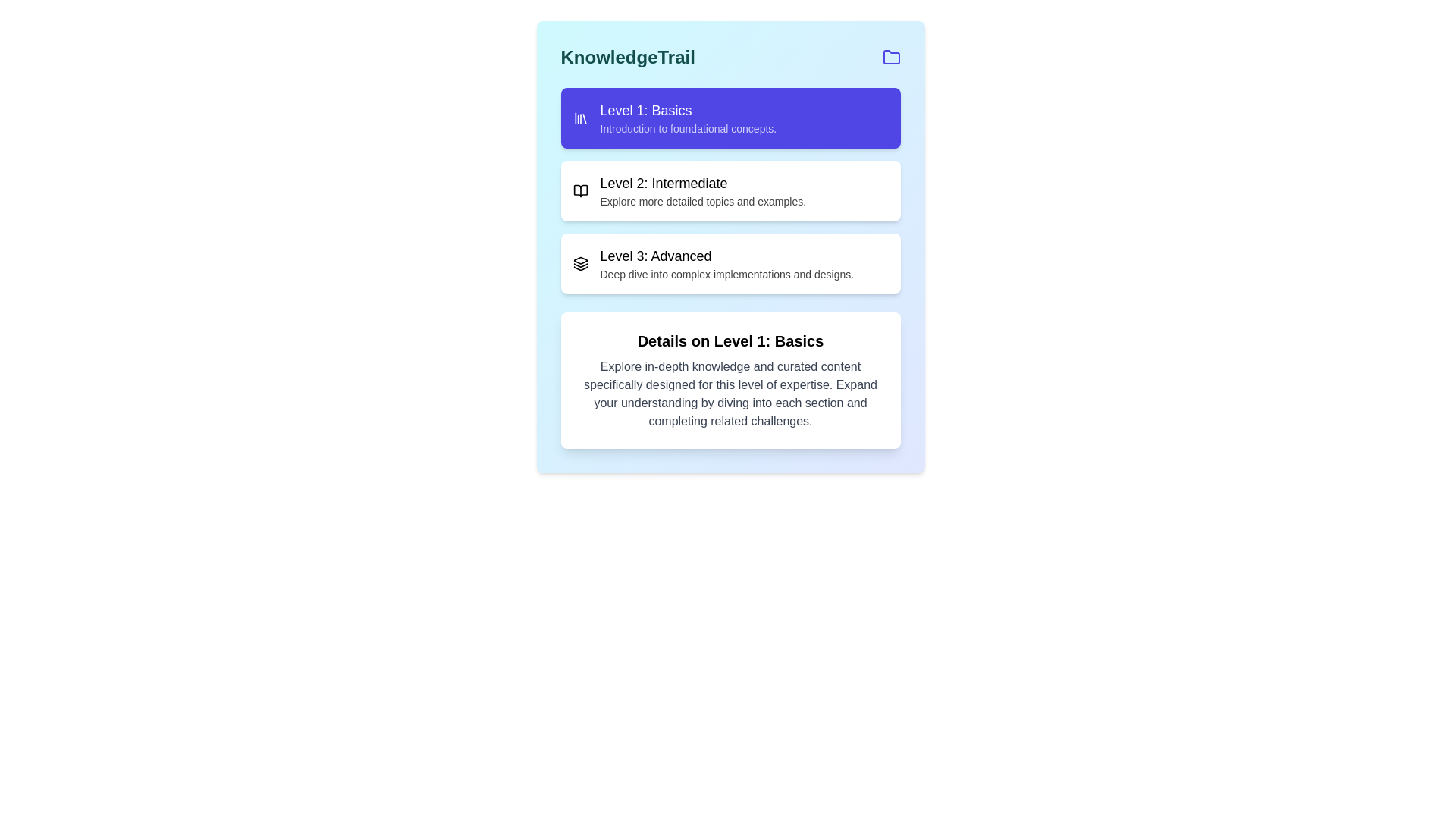 The height and width of the screenshot is (819, 1456). Describe the element at coordinates (891, 57) in the screenshot. I see `the indigo-colored folder icon located in the top-right corner of the interface` at that location.